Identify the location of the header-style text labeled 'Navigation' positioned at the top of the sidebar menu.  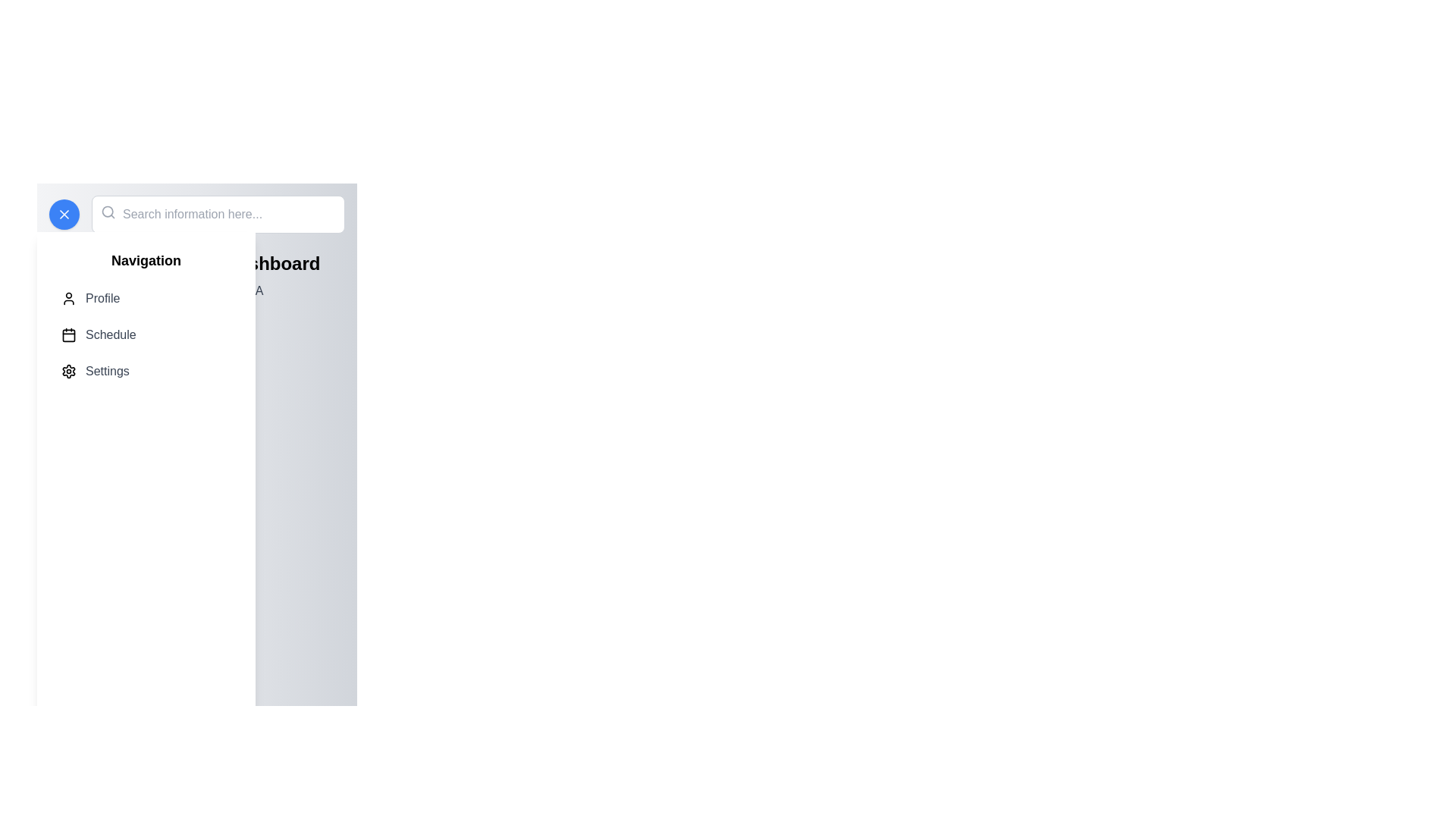
(146, 259).